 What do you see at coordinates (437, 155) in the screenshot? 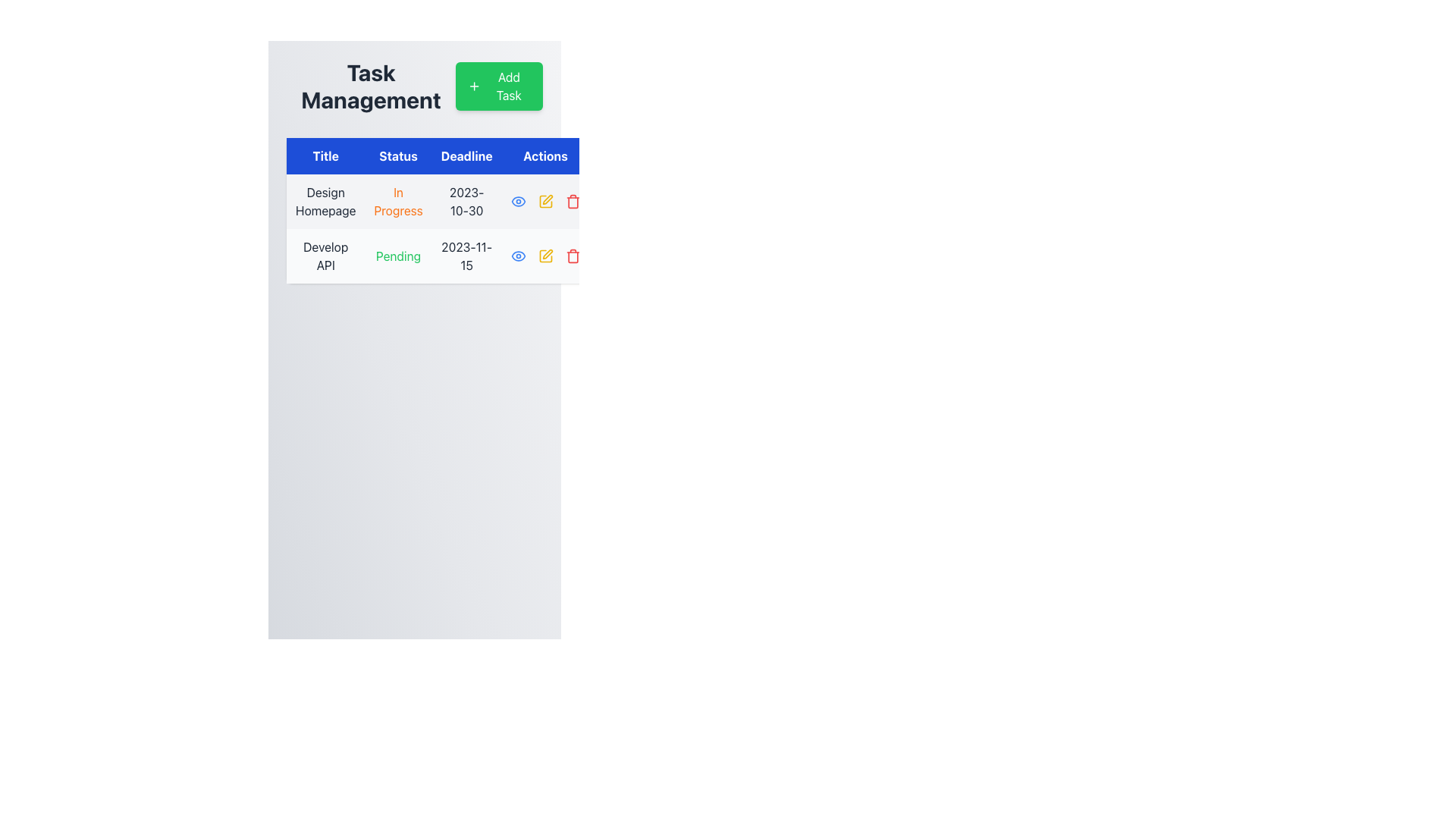
I see `the label in the Header bar that serves as a button for categorizing the columns in the Task Management section` at bounding box center [437, 155].